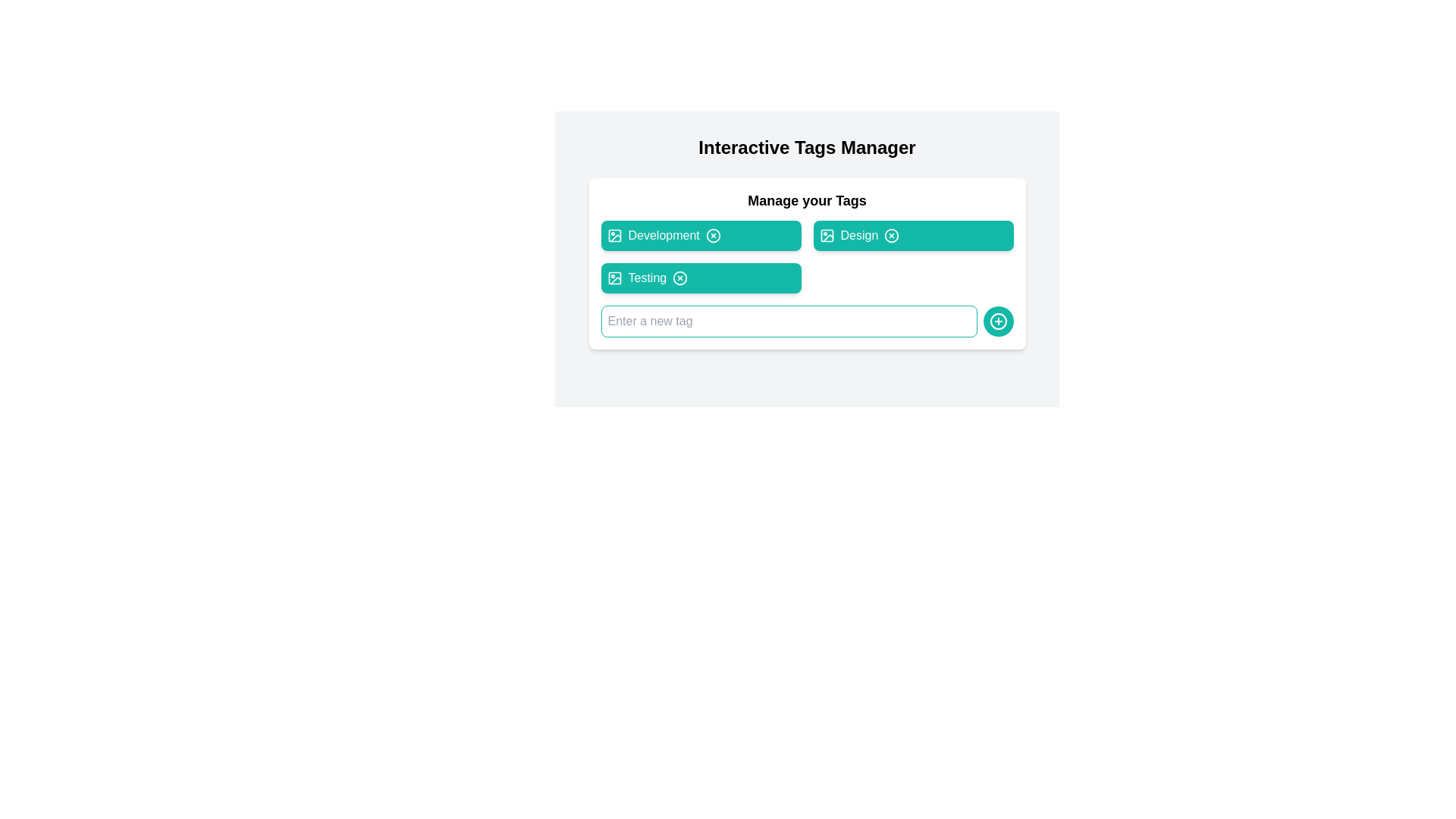 This screenshot has height=819, width=1456. What do you see at coordinates (614, 236) in the screenshot?
I see `the small rounded rectangle within the 'Development' tag icon in the 'Manage your Tags' section` at bounding box center [614, 236].